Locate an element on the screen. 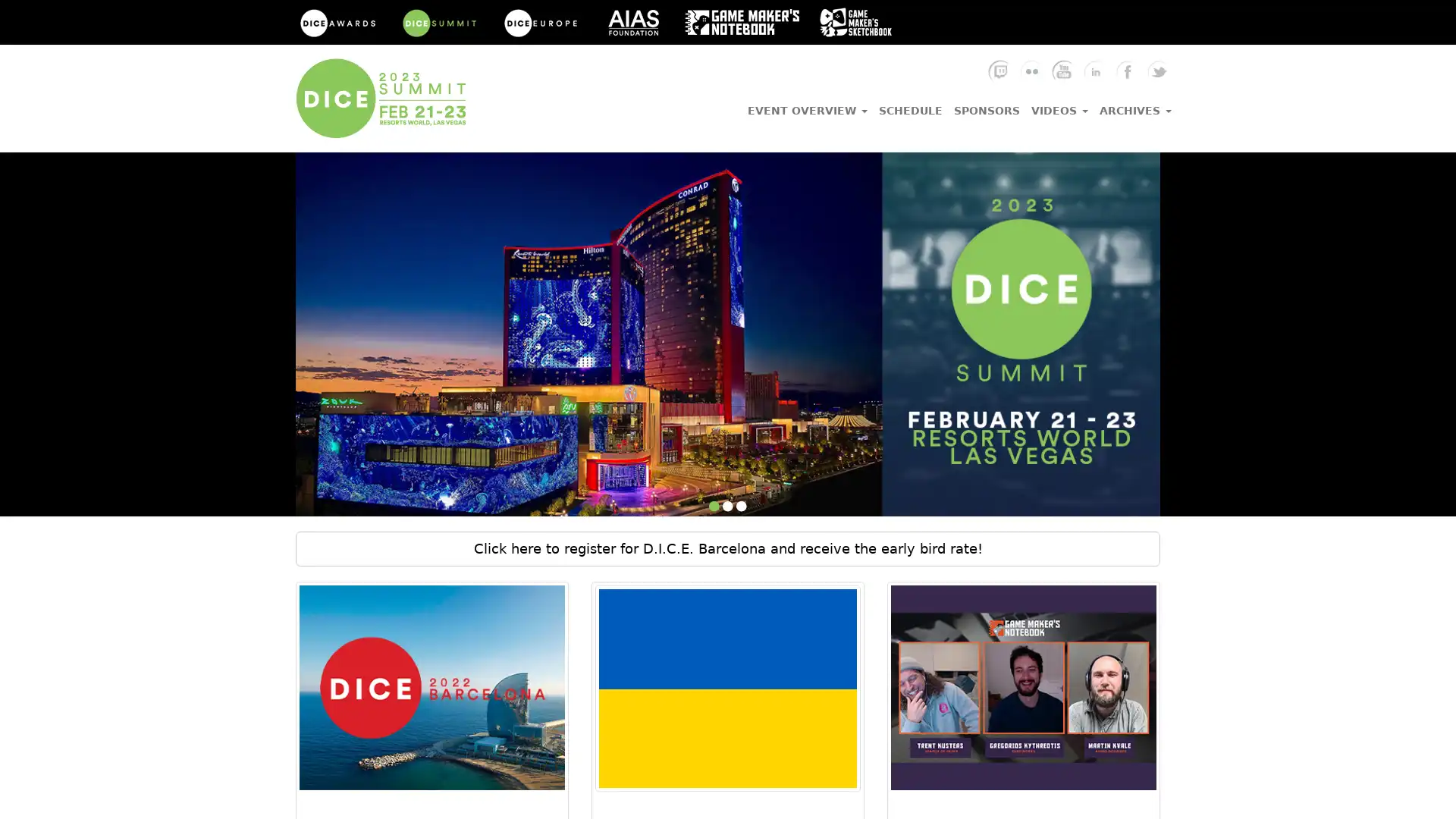  EVENT OVERVIEW is located at coordinates (807, 110).